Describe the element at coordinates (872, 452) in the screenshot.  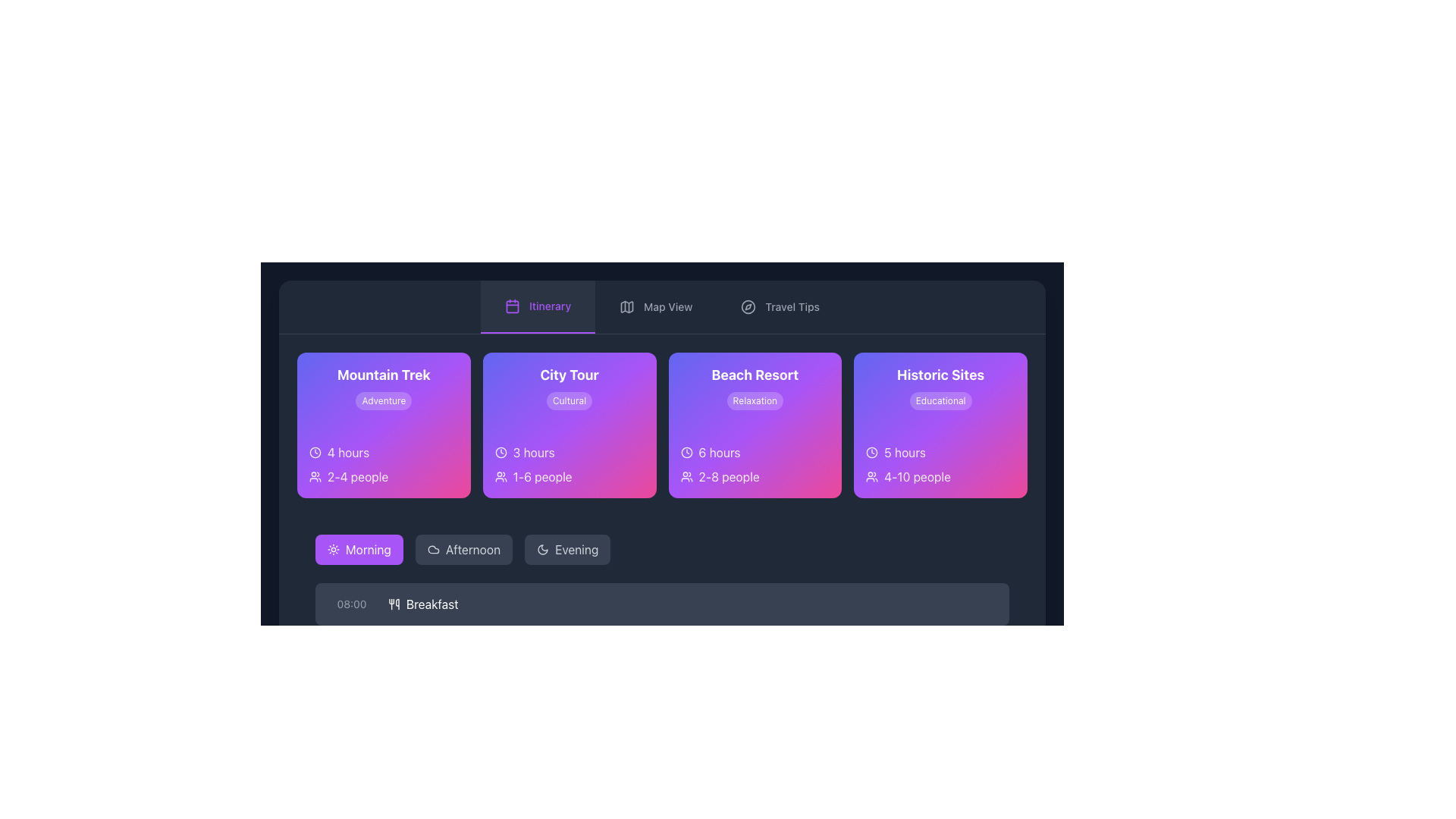
I see `the graphical representation of the circular outline within the clock icon on the 'Historic Sites' card` at that location.